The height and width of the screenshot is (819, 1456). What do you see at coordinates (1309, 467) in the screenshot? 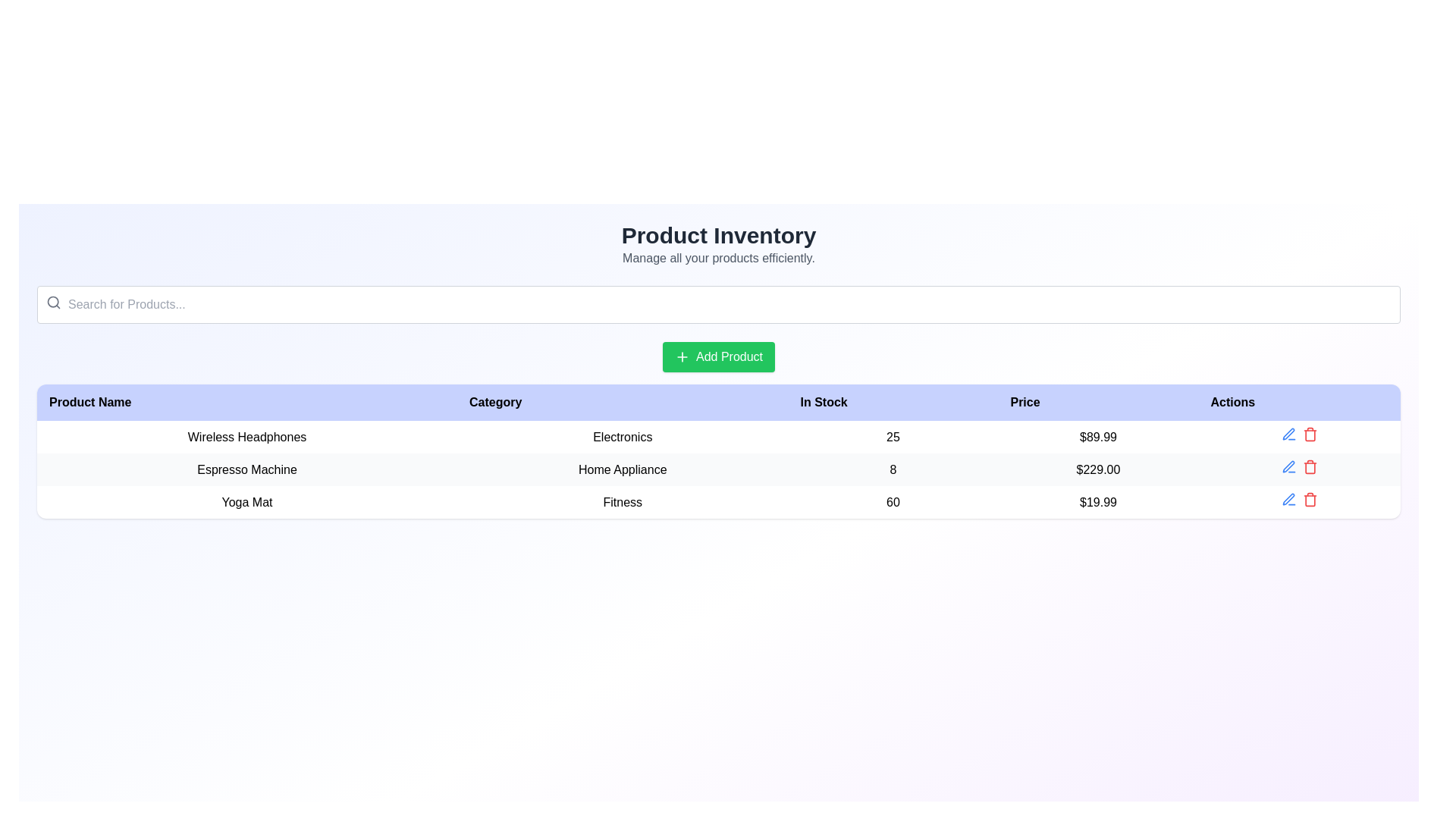
I see `the trash can icon in the Actions column of the Espresso Machine product entry to initiate deletion` at bounding box center [1309, 467].